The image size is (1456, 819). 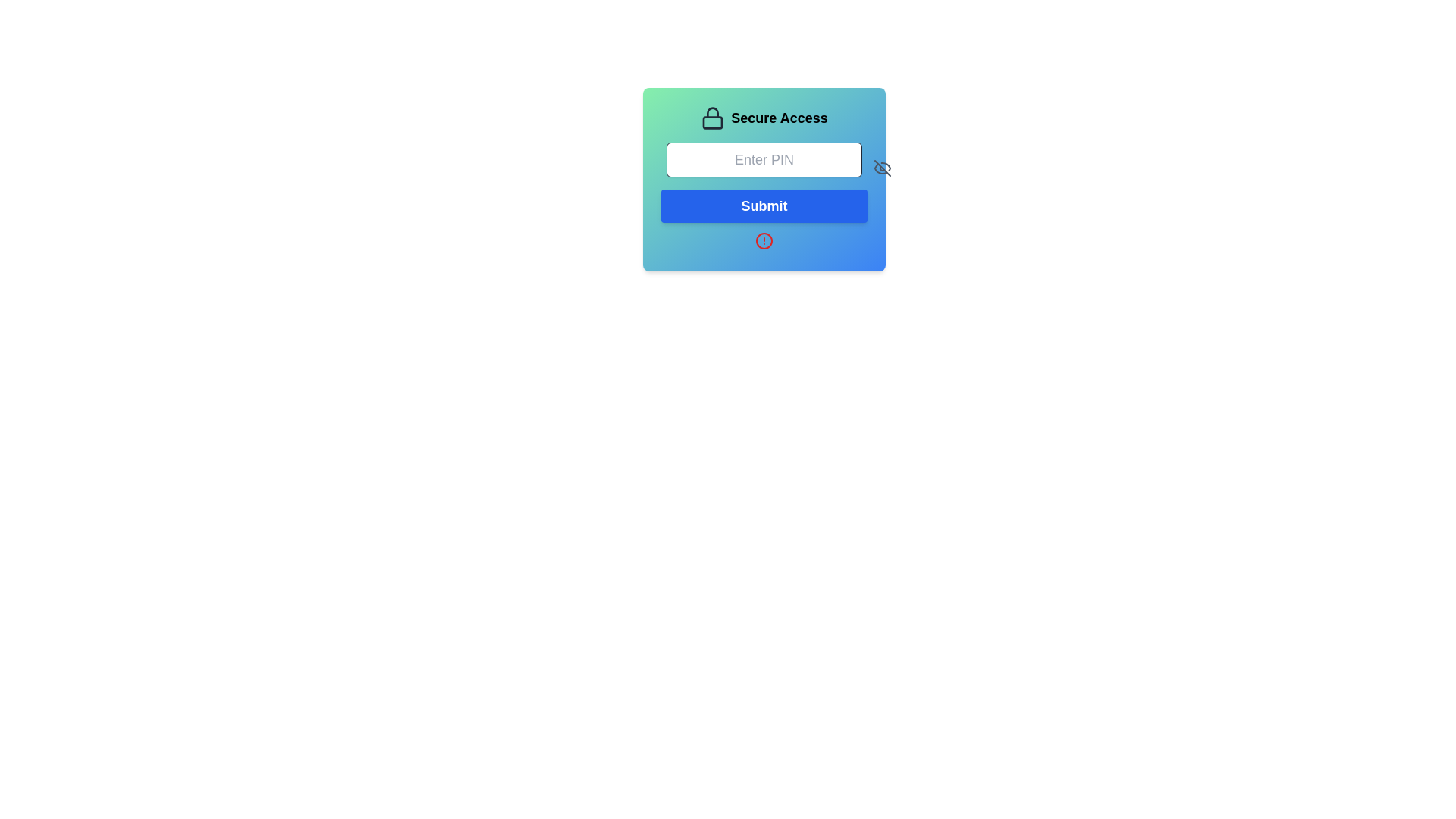 What do you see at coordinates (764, 206) in the screenshot?
I see `the 'Submit' button, which is a rectangular button with a blue background, white bold text, and rounded corners` at bounding box center [764, 206].